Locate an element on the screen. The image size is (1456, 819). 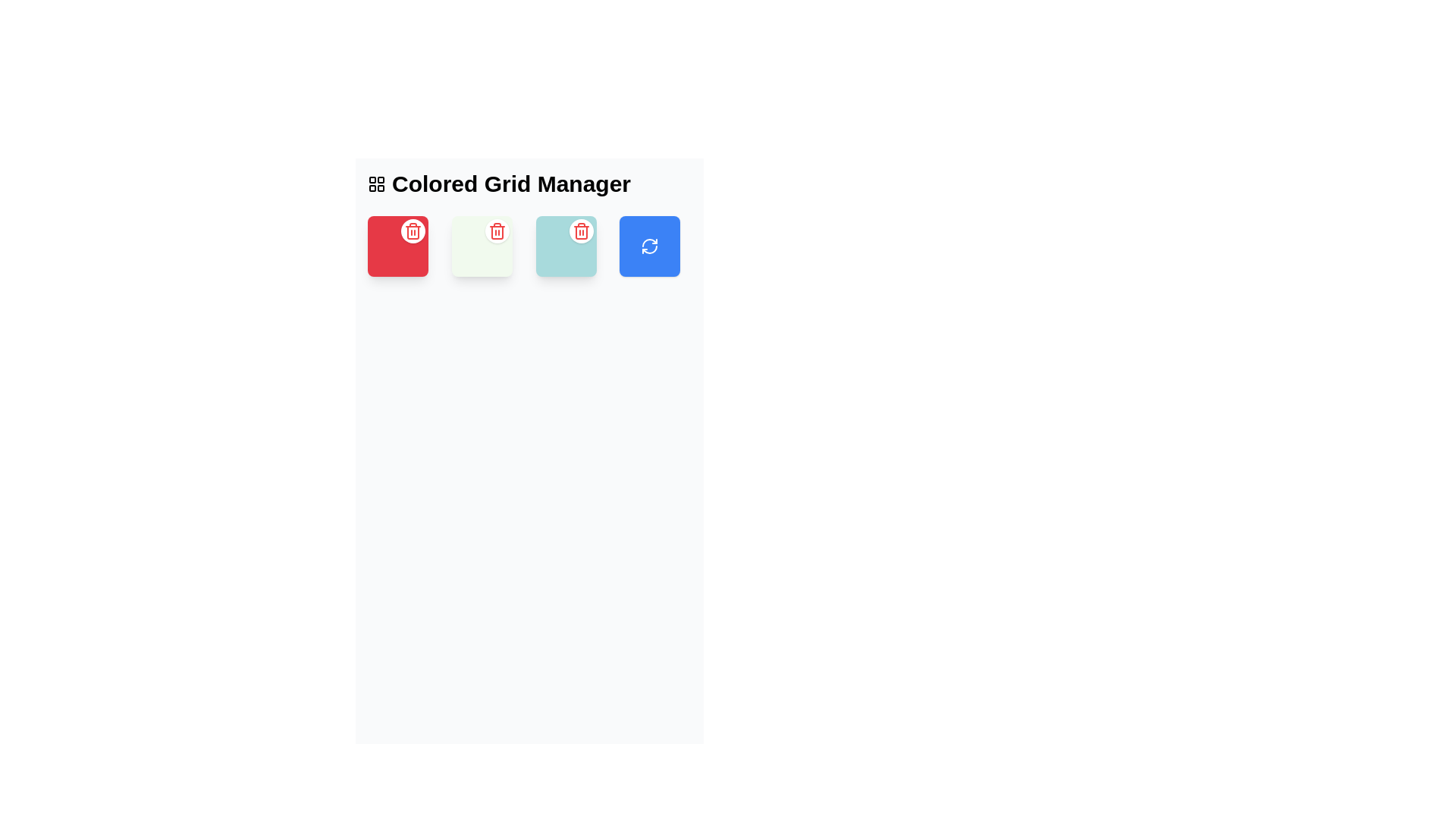
the Text heading that serves as the title for the interface section, which is located near the top of the interface, centered horizontally above a grid of colored square items is located at coordinates (529, 184).